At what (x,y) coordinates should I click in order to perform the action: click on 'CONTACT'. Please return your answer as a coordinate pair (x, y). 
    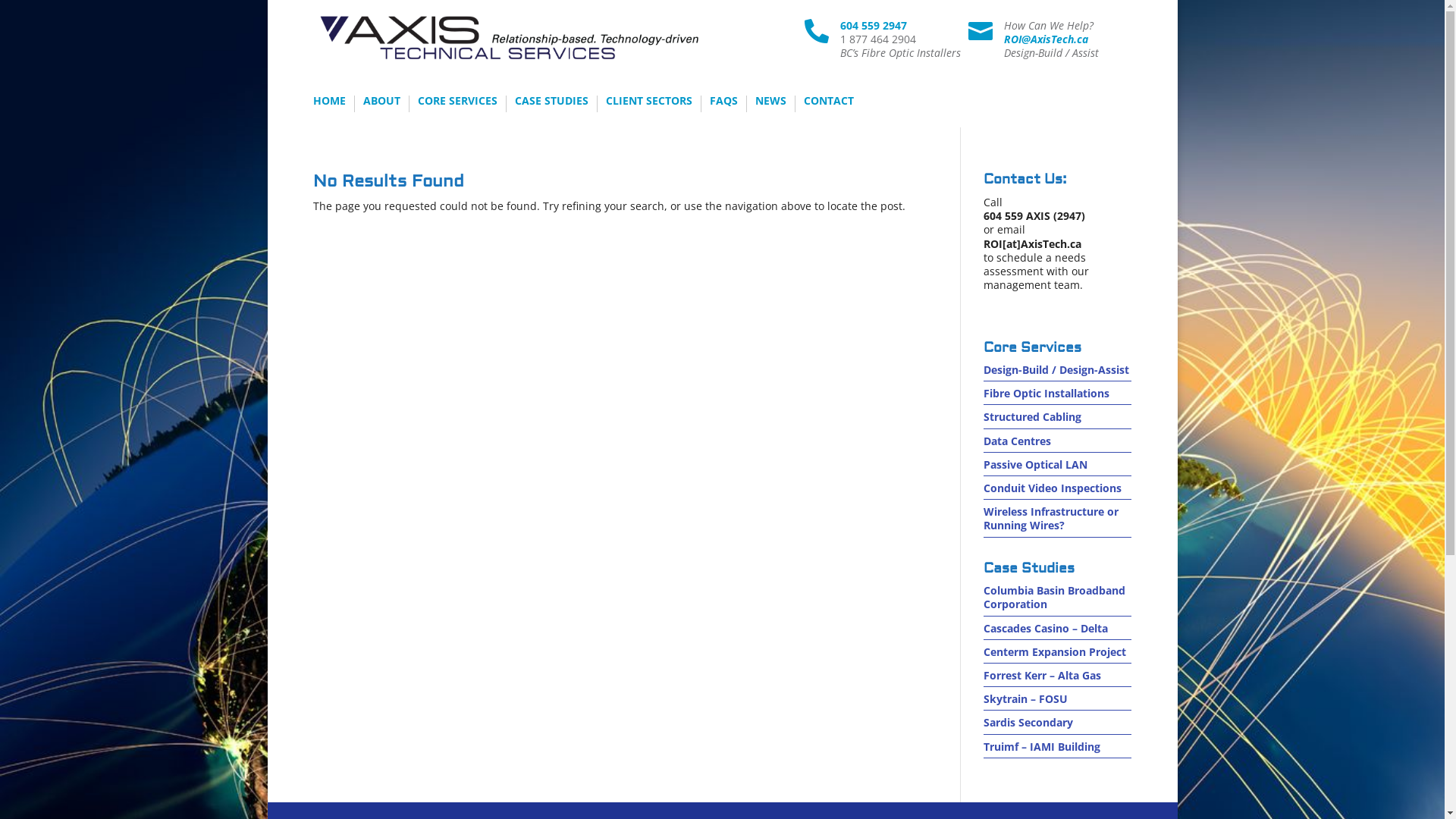
    Looking at the image, I should click on (803, 103).